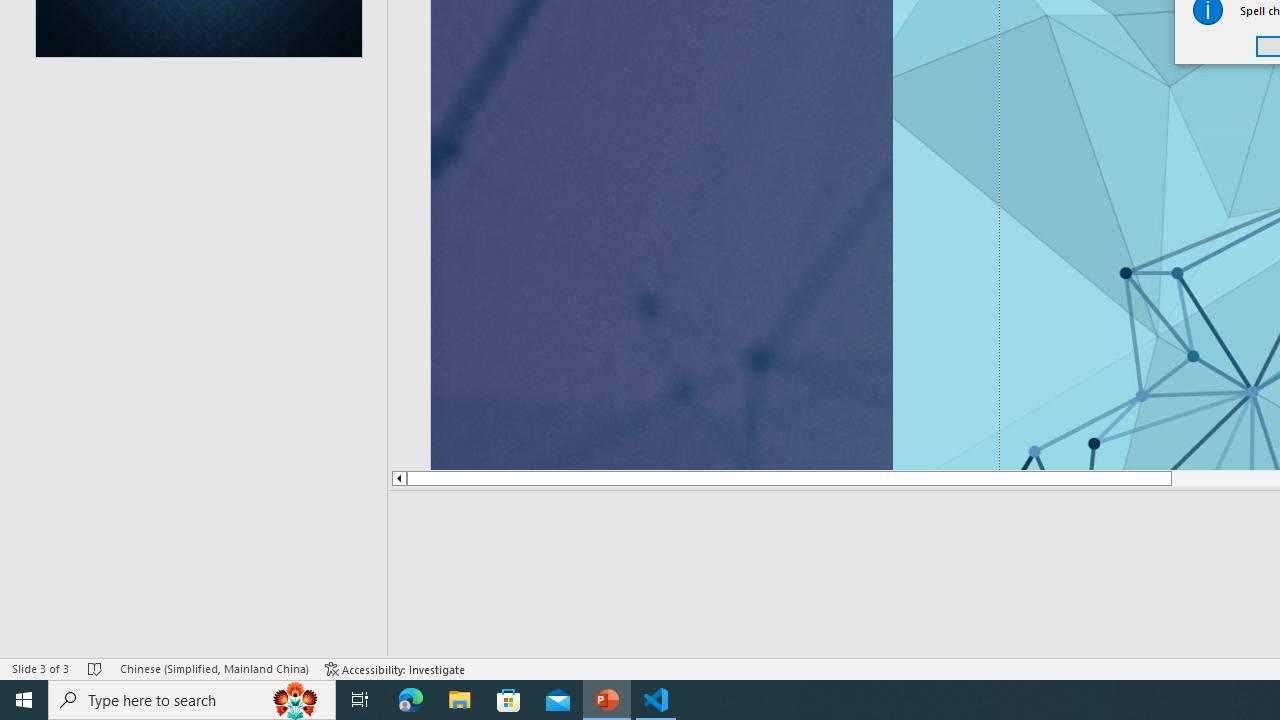 The width and height of the screenshot is (1280, 720). Describe the element at coordinates (606, 698) in the screenshot. I see `'PowerPoint - 1 running window'` at that location.